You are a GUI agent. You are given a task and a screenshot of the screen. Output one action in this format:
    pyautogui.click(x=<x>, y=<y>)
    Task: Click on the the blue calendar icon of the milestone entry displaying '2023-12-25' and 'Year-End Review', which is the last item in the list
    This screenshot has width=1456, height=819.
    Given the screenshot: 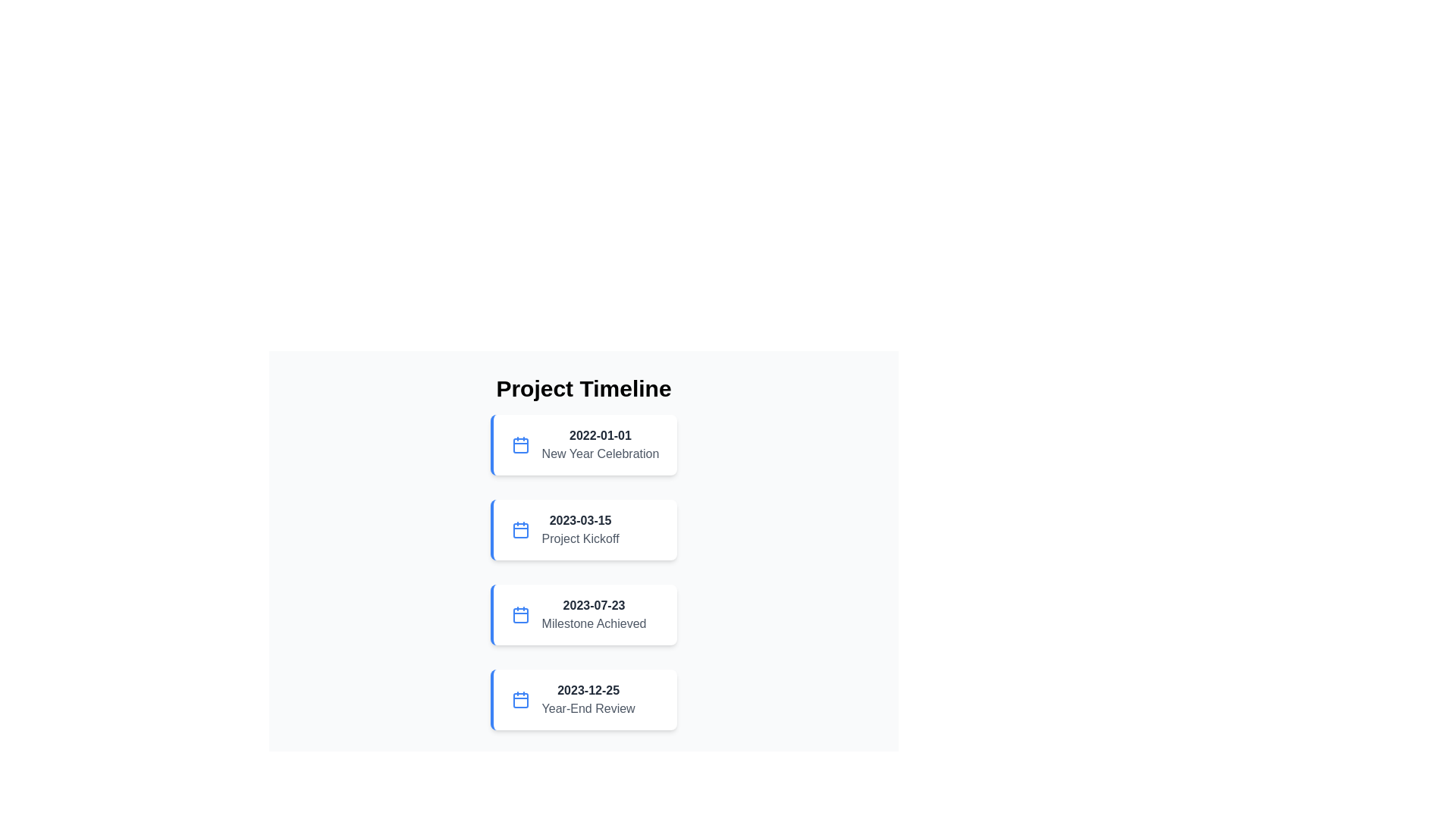 What is the action you would take?
    pyautogui.click(x=585, y=699)
    